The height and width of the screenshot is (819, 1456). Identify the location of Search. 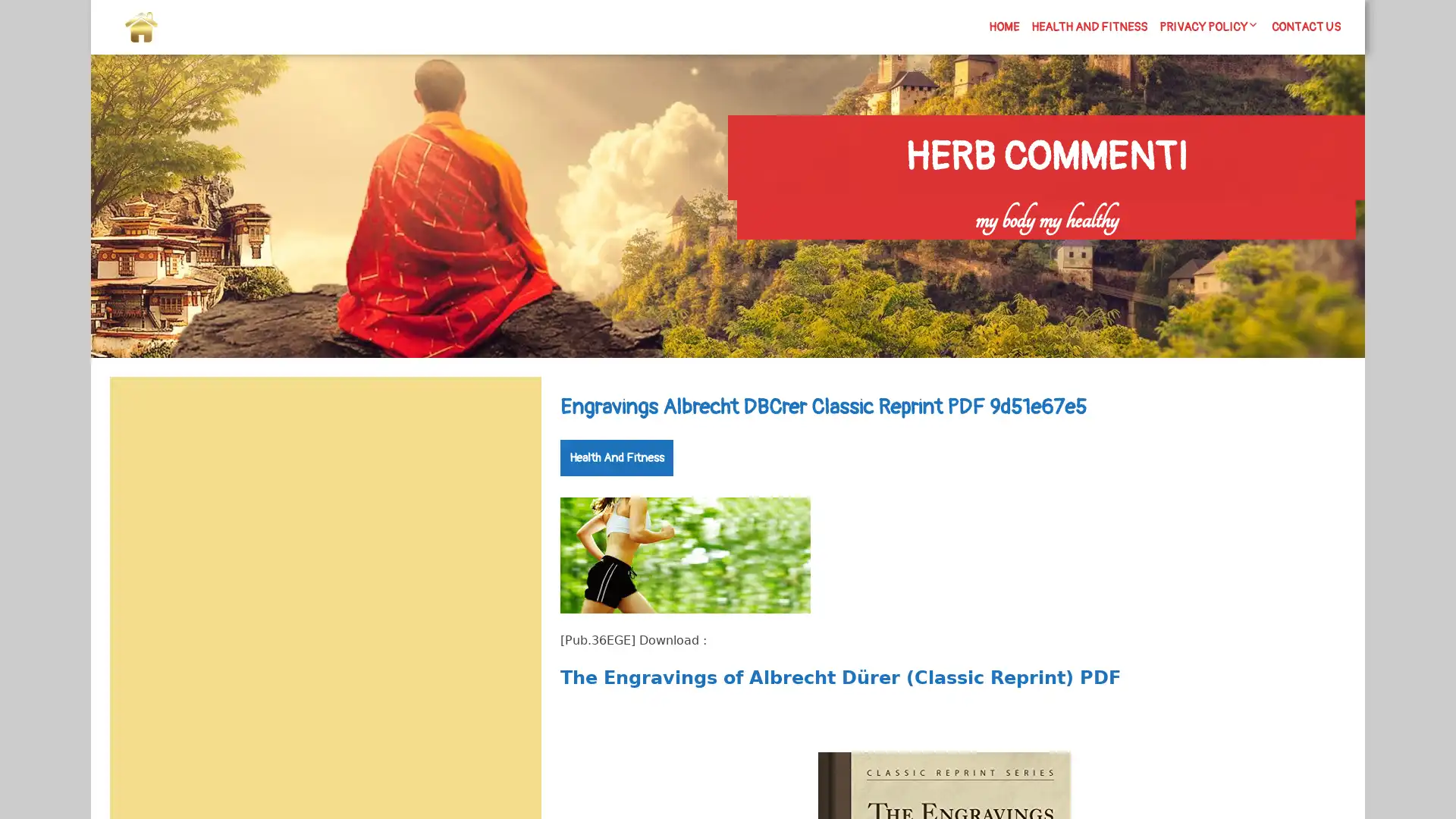
(506, 413).